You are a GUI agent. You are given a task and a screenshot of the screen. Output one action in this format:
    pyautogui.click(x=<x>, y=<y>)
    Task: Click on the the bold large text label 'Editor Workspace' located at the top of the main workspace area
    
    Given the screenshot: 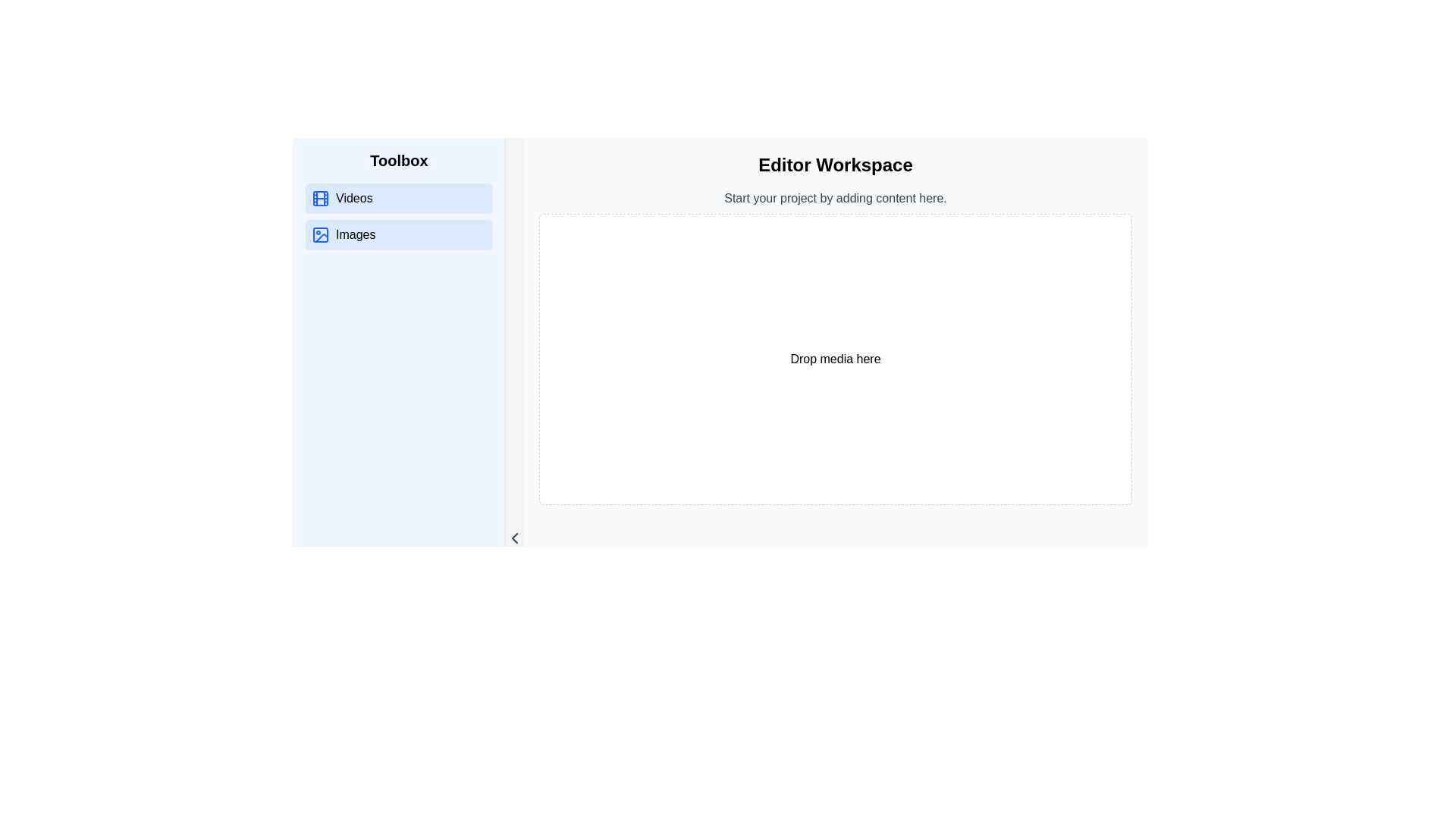 What is the action you would take?
    pyautogui.click(x=835, y=165)
    